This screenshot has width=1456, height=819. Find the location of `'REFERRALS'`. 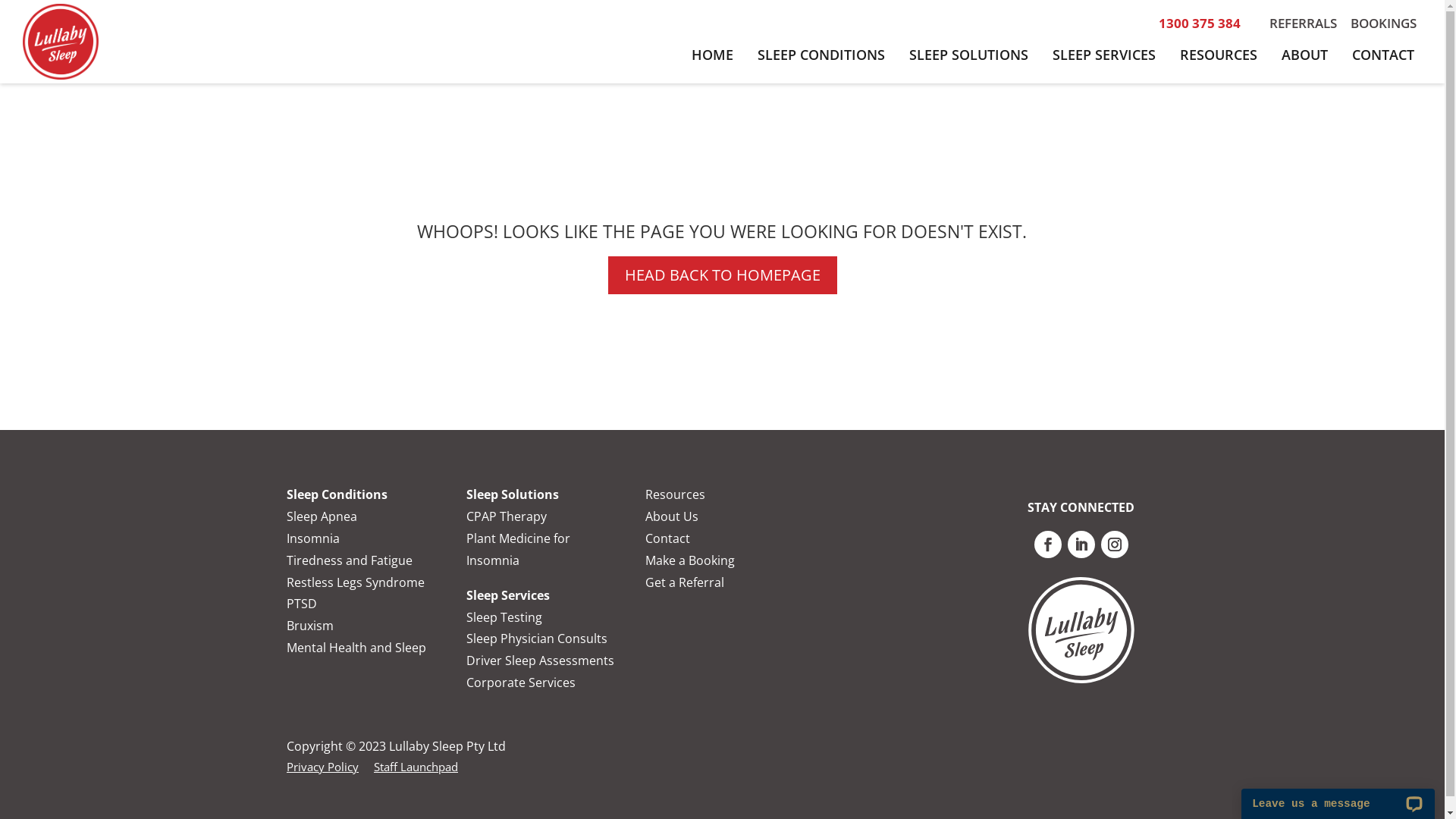

'REFERRALS' is located at coordinates (1302, 23).